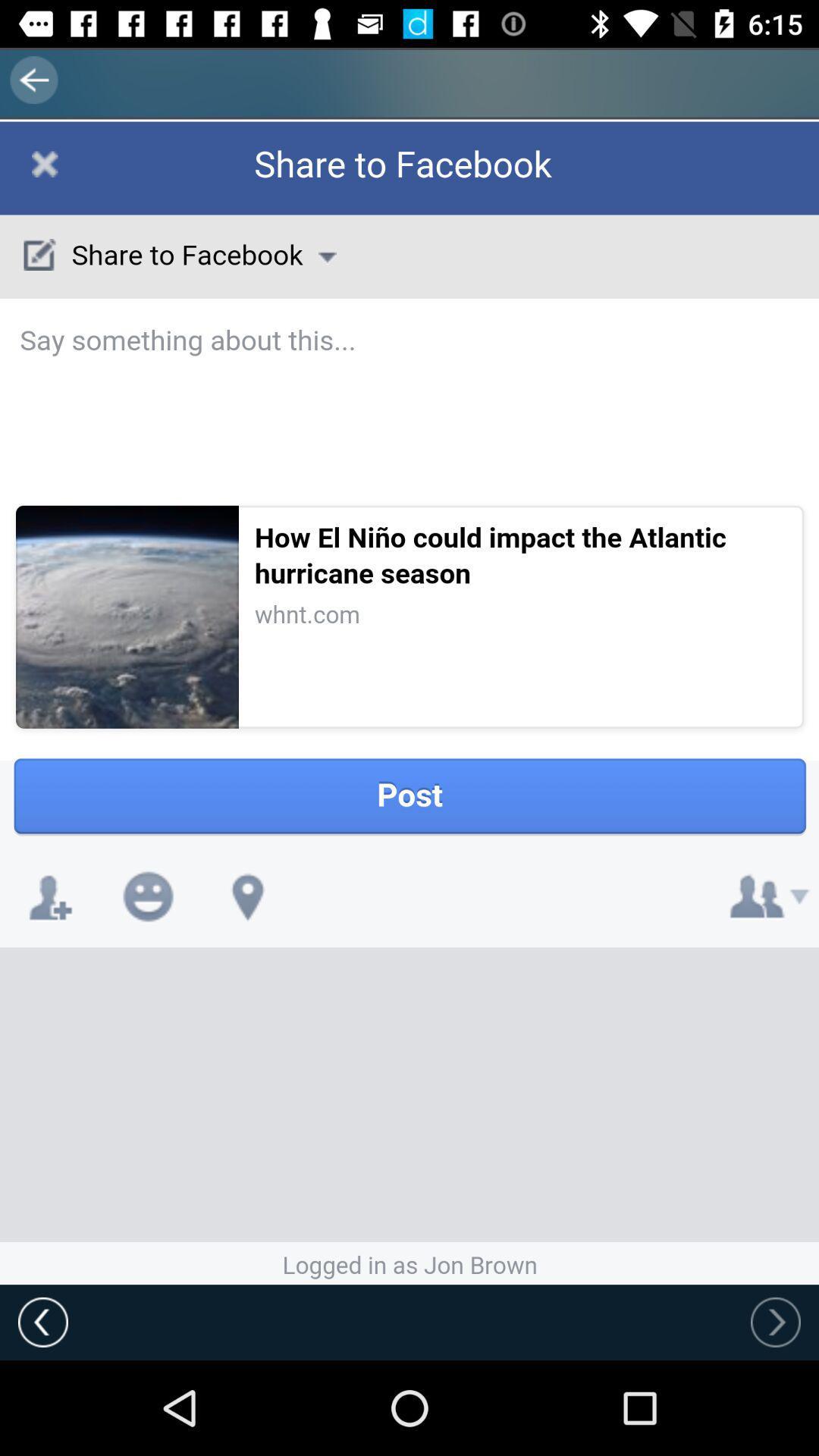  Describe the element at coordinates (775, 1321) in the screenshot. I see `next page` at that location.